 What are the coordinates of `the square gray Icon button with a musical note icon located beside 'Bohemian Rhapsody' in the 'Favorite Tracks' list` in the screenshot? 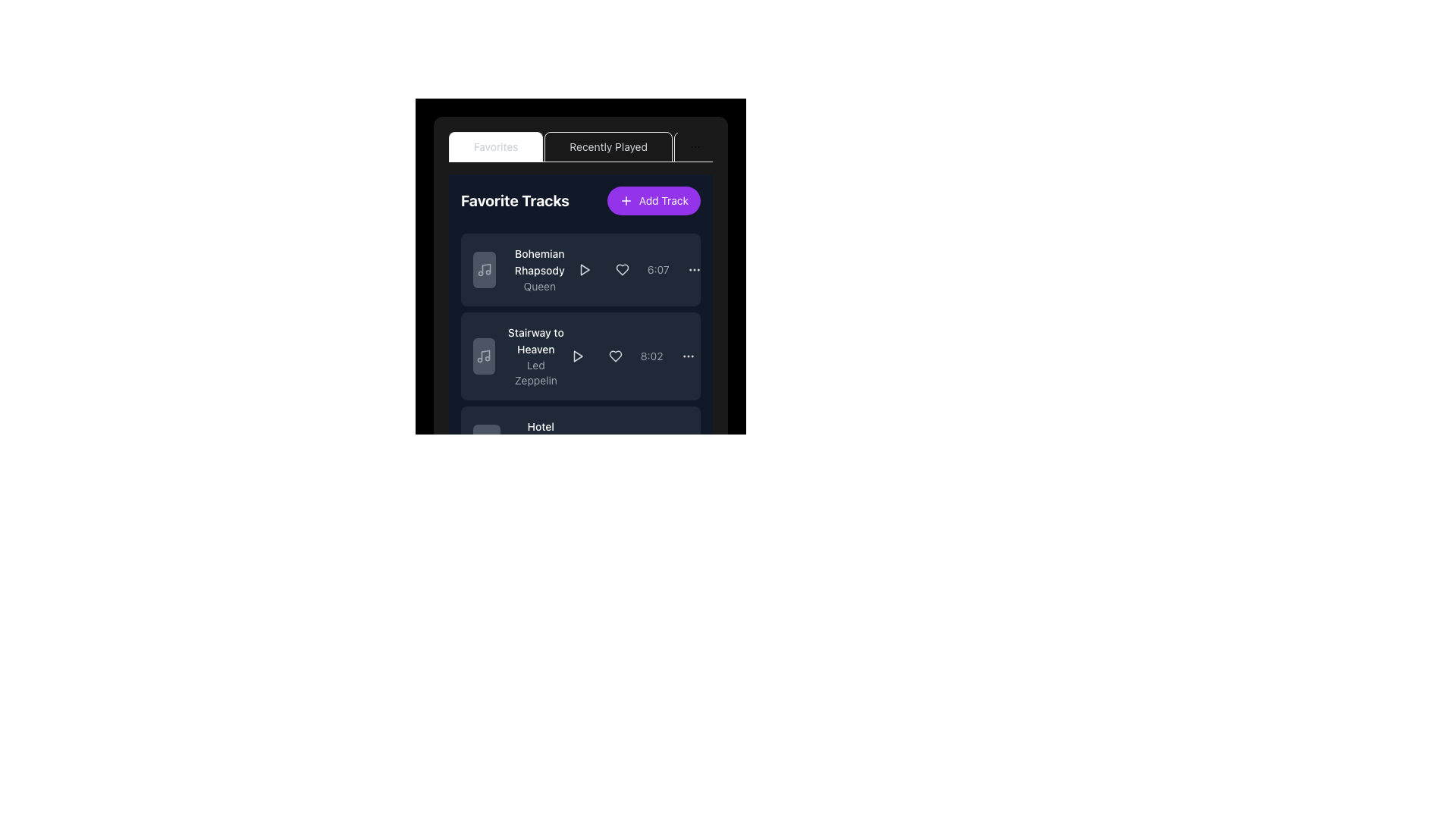 It's located at (483, 268).